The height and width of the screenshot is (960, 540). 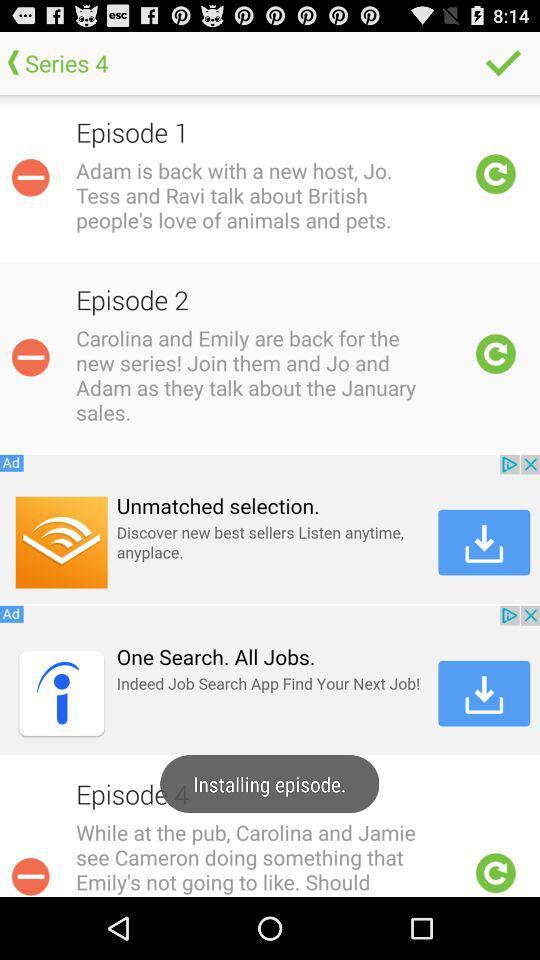 What do you see at coordinates (29, 357) in the screenshot?
I see `remove episode` at bounding box center [29, 357].